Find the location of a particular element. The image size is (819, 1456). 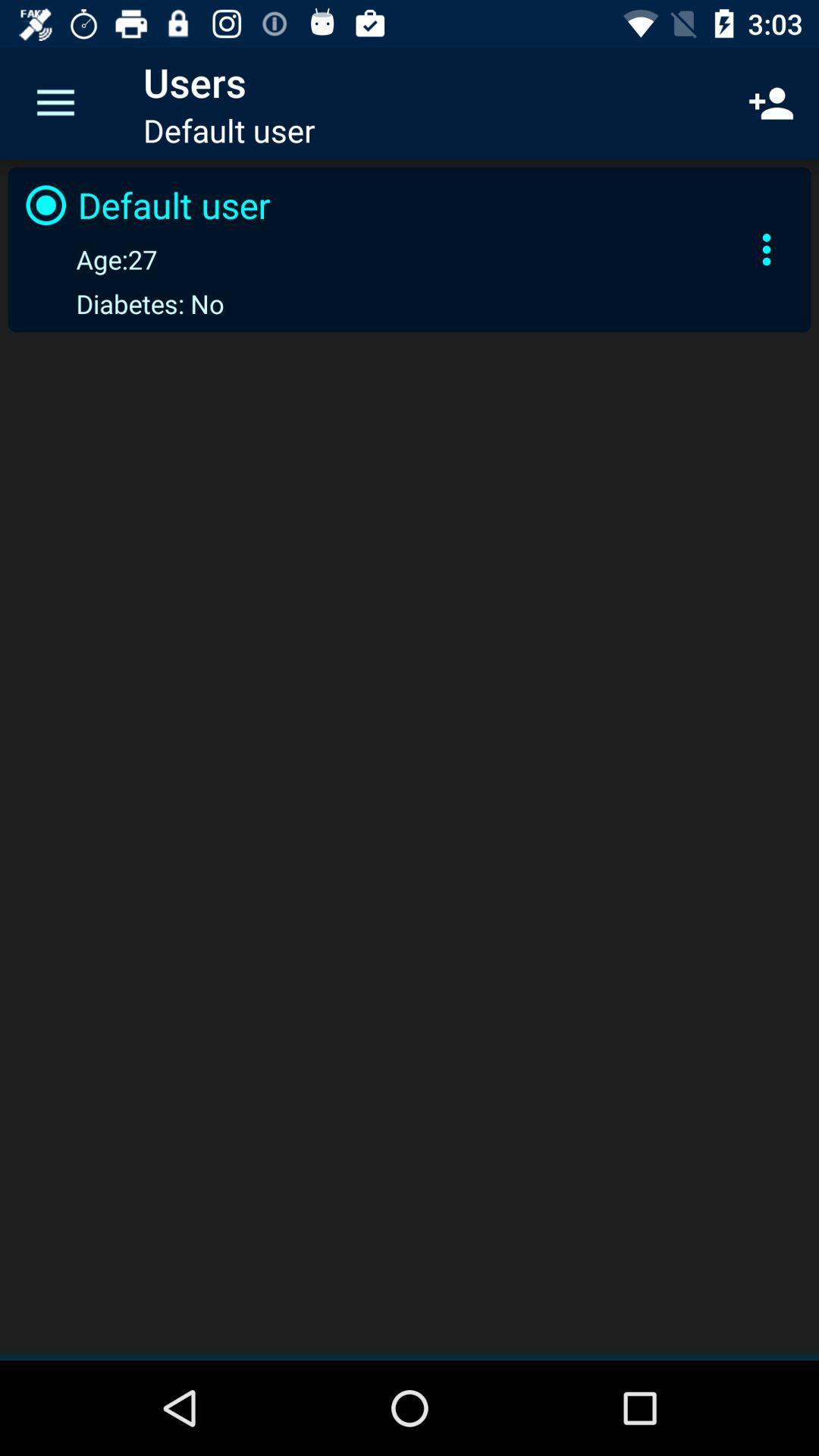

the icon next to default user icon is located at coordinates (771, 102).